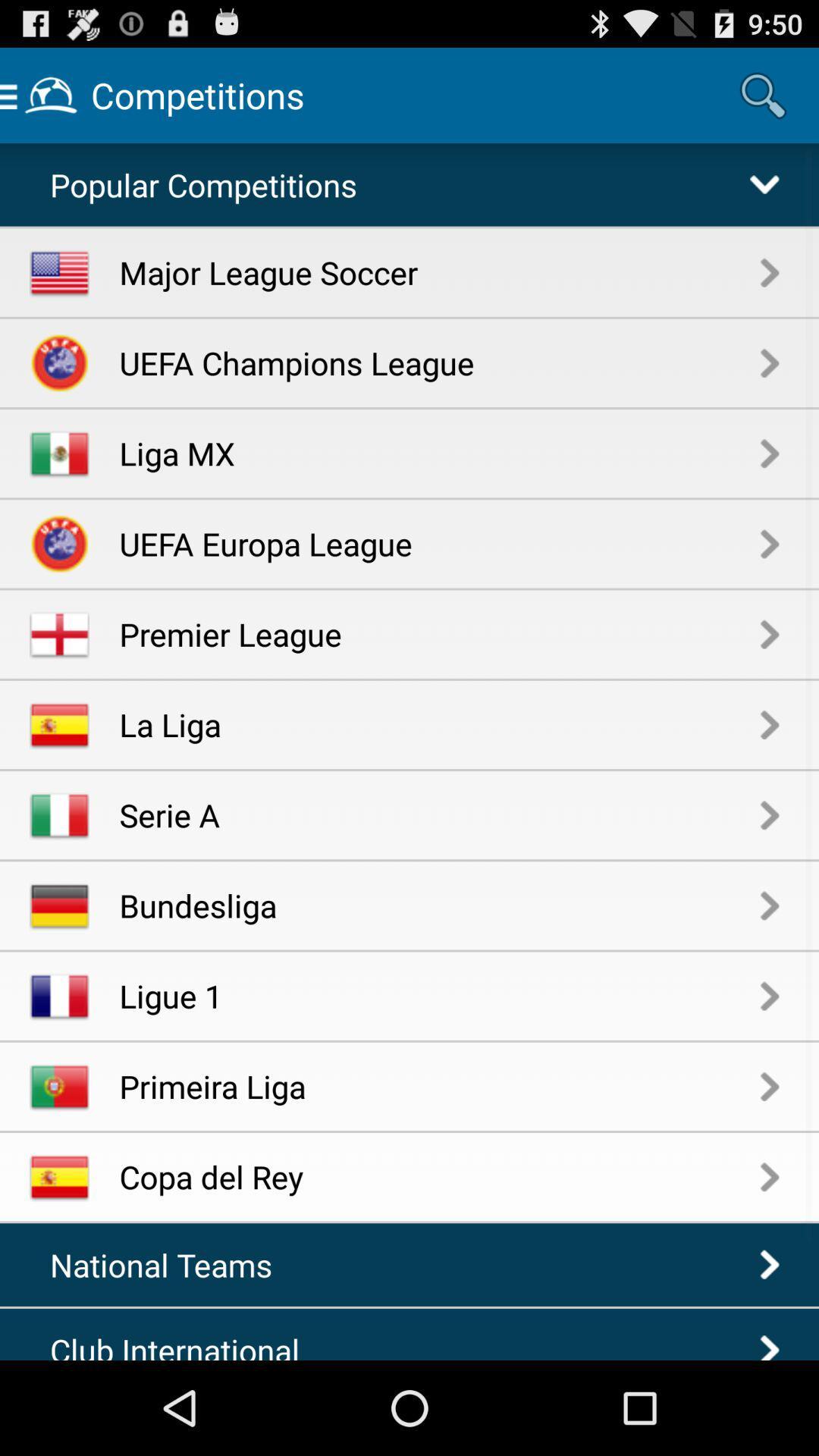 Image resolution: width=819 pixels, height=1456 pixels. What do you see at coordinates (186, 1344) in the screenshot?
I see `the item below the national teams` at bounding box center [186, 1344].